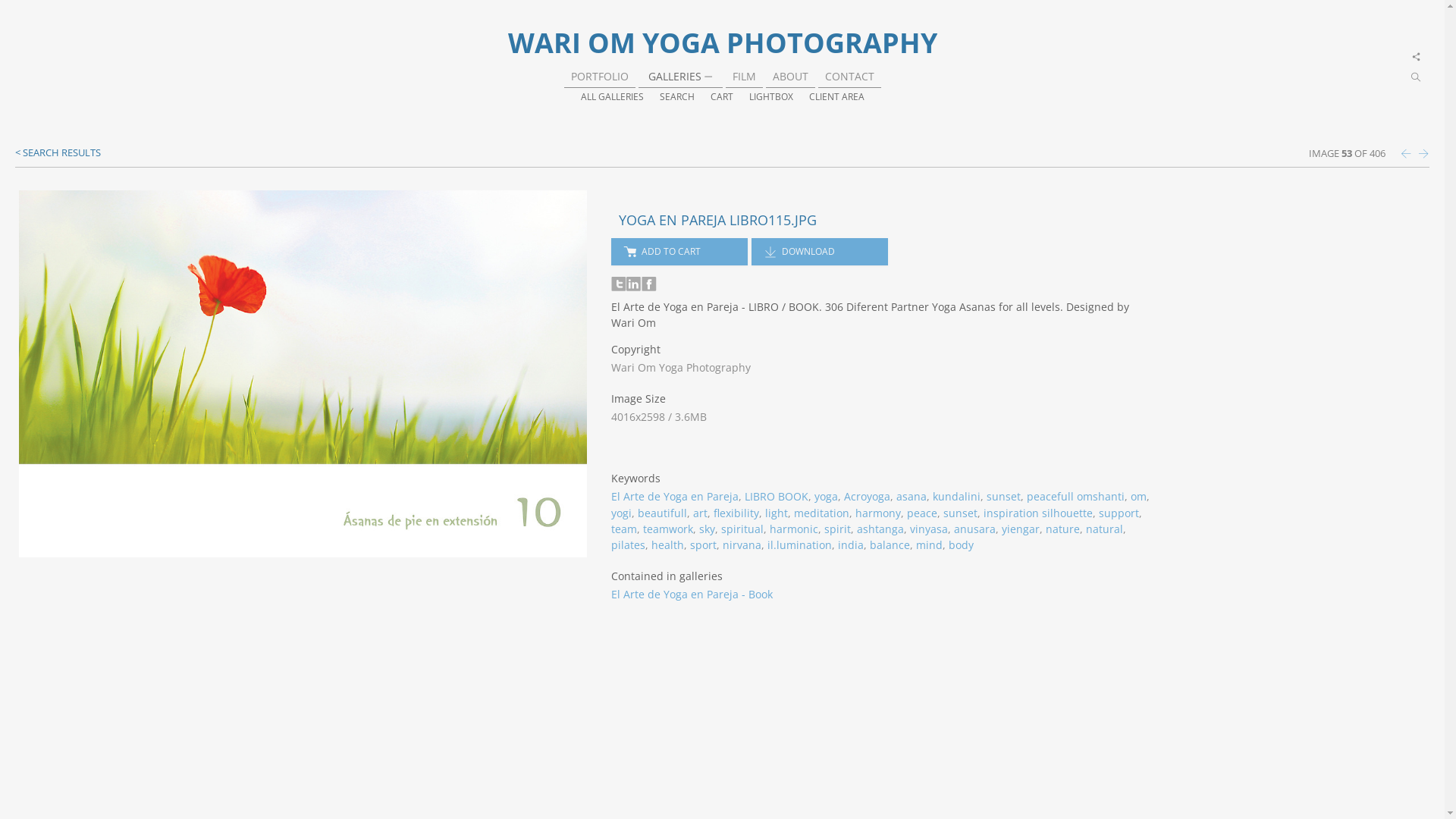  I want to click on 'anusara', so click(952, 528).